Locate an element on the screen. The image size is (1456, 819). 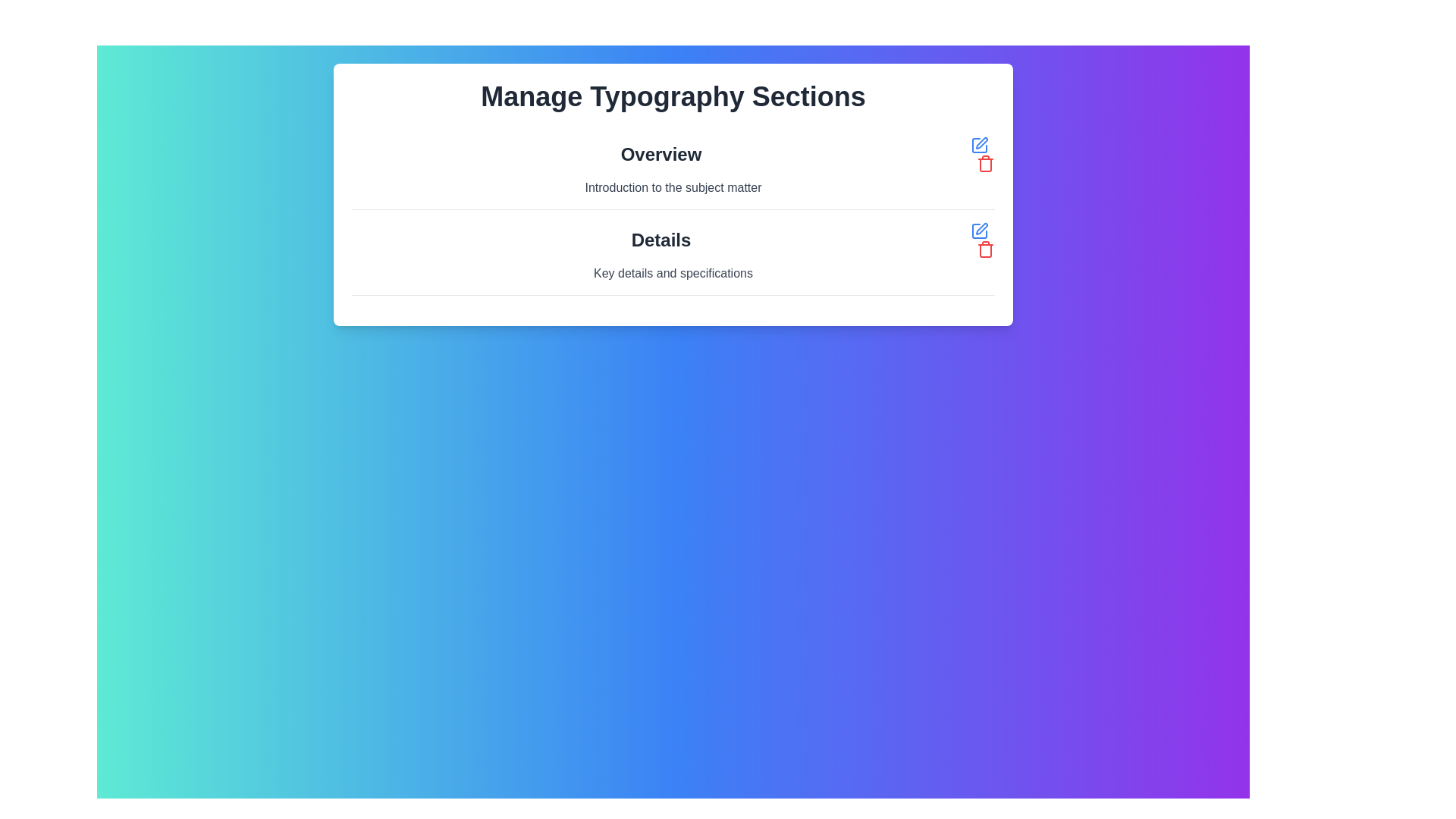
the bold 'Overview' text label positioned prominently at the top of the subsection under 'Manage Typography Sections' is located at coordinates (661, 155).